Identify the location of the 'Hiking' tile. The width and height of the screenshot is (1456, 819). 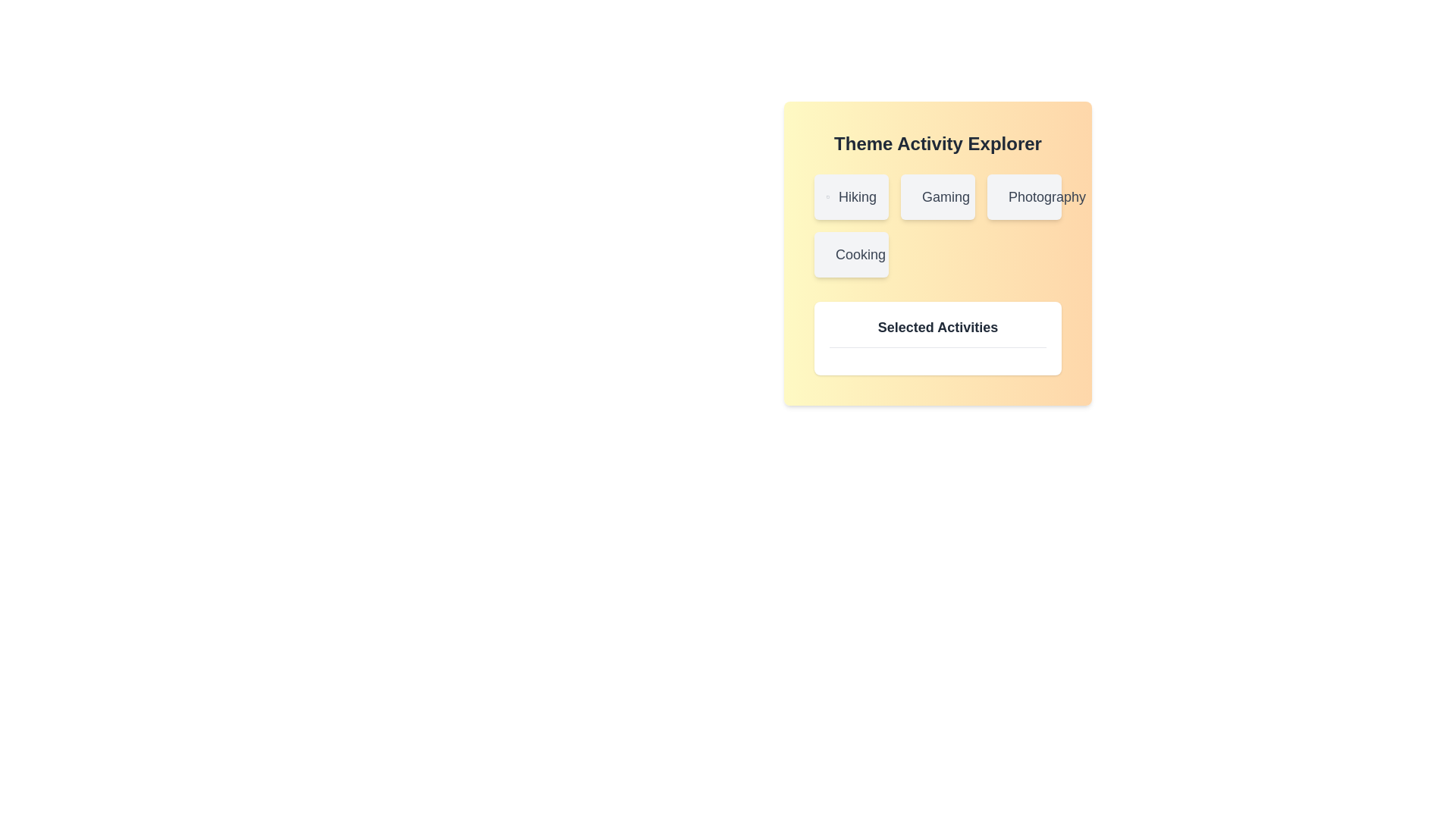
(937, 225).